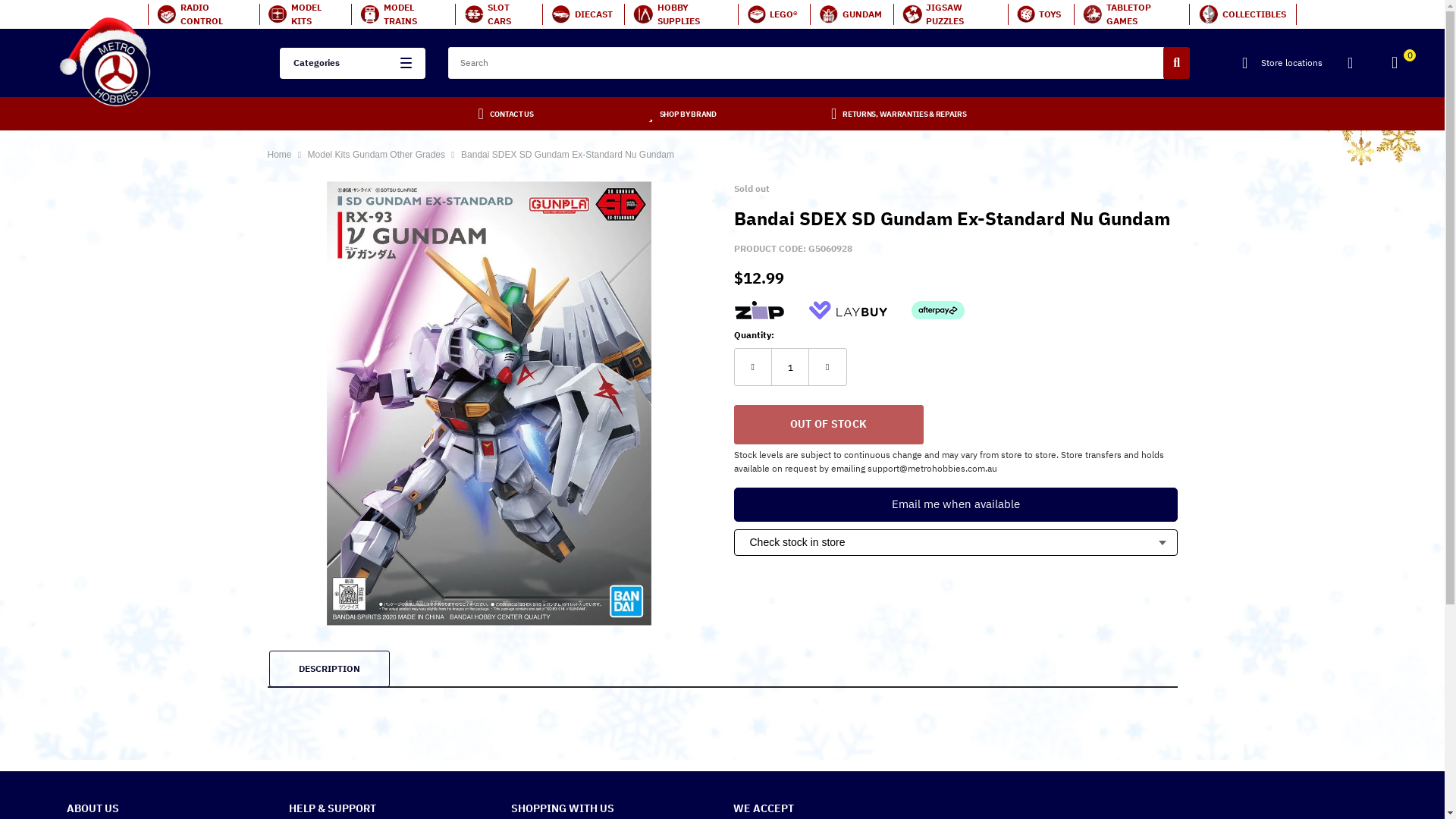 The image size is (1456, 819). I want to click on 'GUNDAM', so click(852, 14).